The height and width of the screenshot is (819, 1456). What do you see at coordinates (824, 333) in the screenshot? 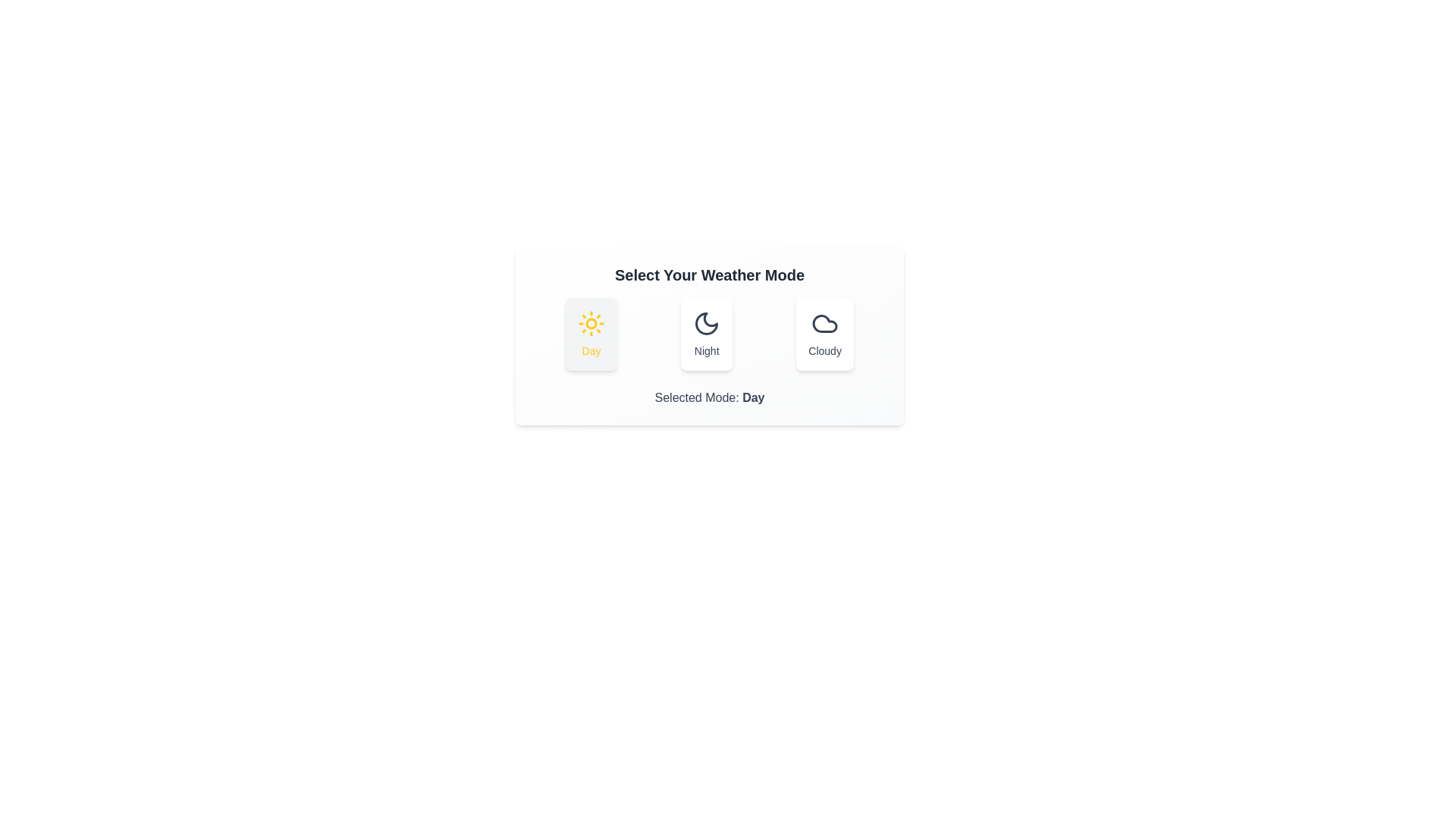
I see `the weather icon and its corresponding label for Cloudy` at bounding box center [824, 333].